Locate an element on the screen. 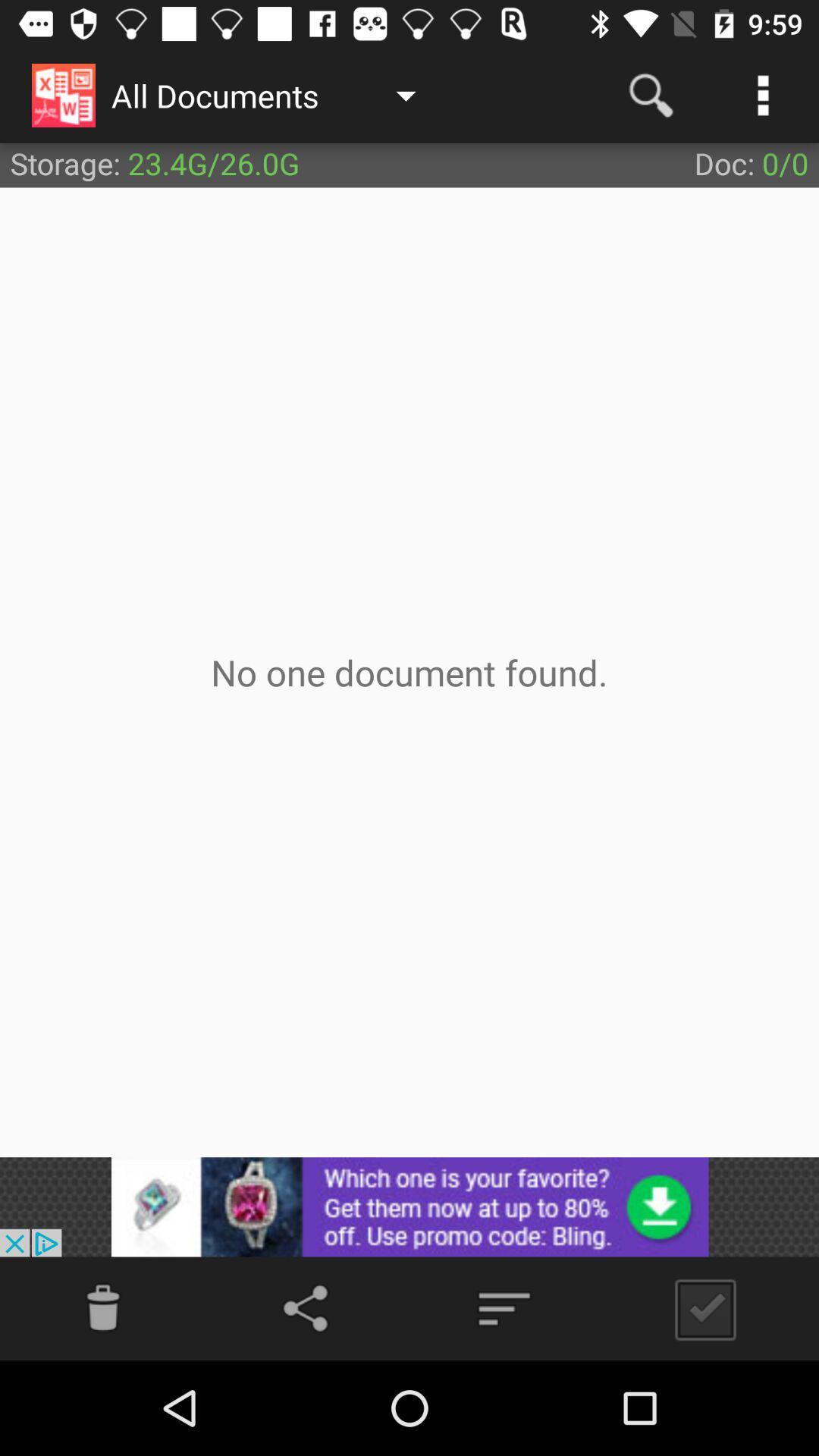 This screenshot has width=819, height=1456. the advertisement option is located at coordinates (409, 1206).